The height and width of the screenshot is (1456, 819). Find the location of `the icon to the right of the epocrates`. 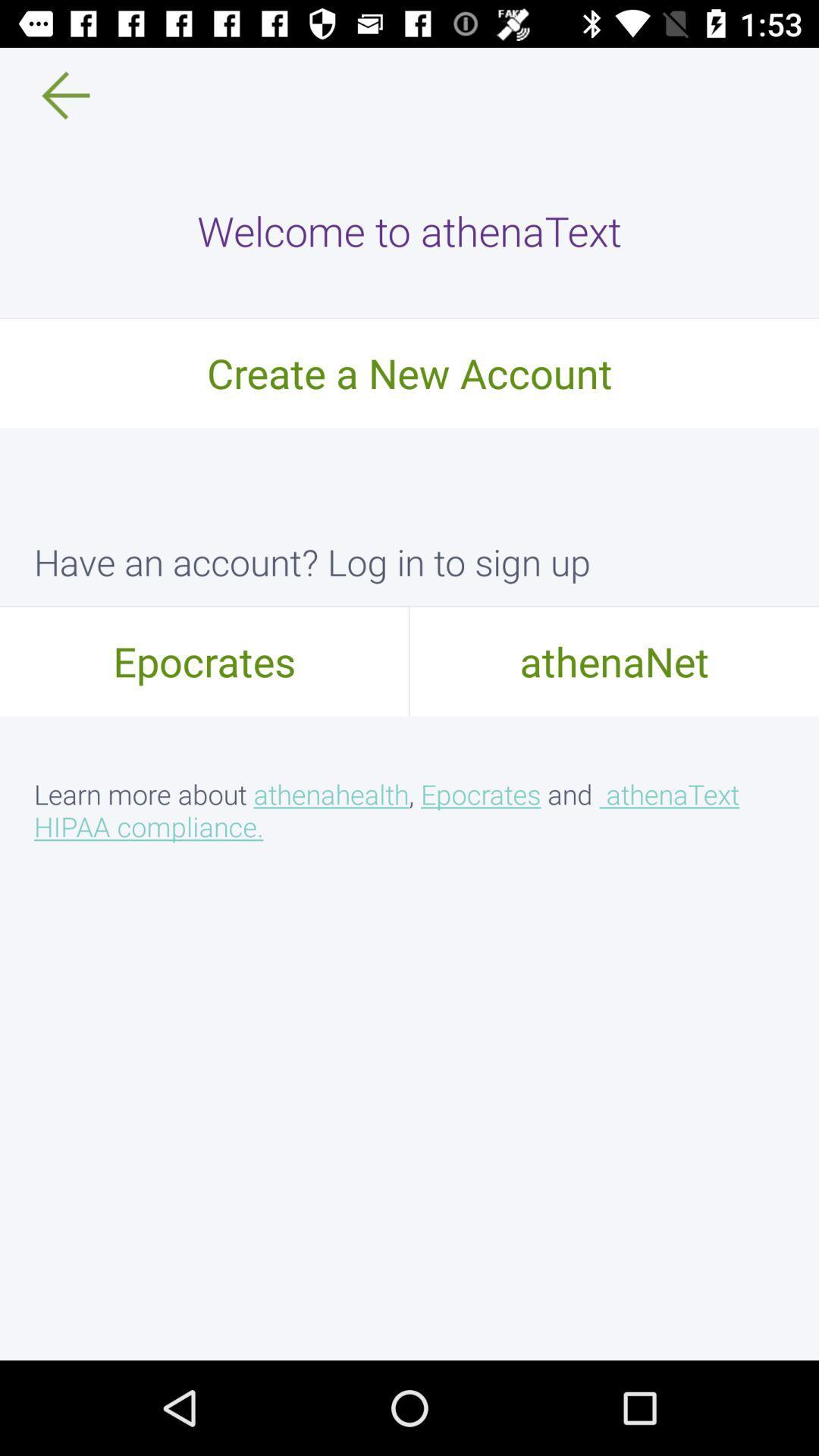

the icon to the right of the epocrates is located at coordinates (614, 661).